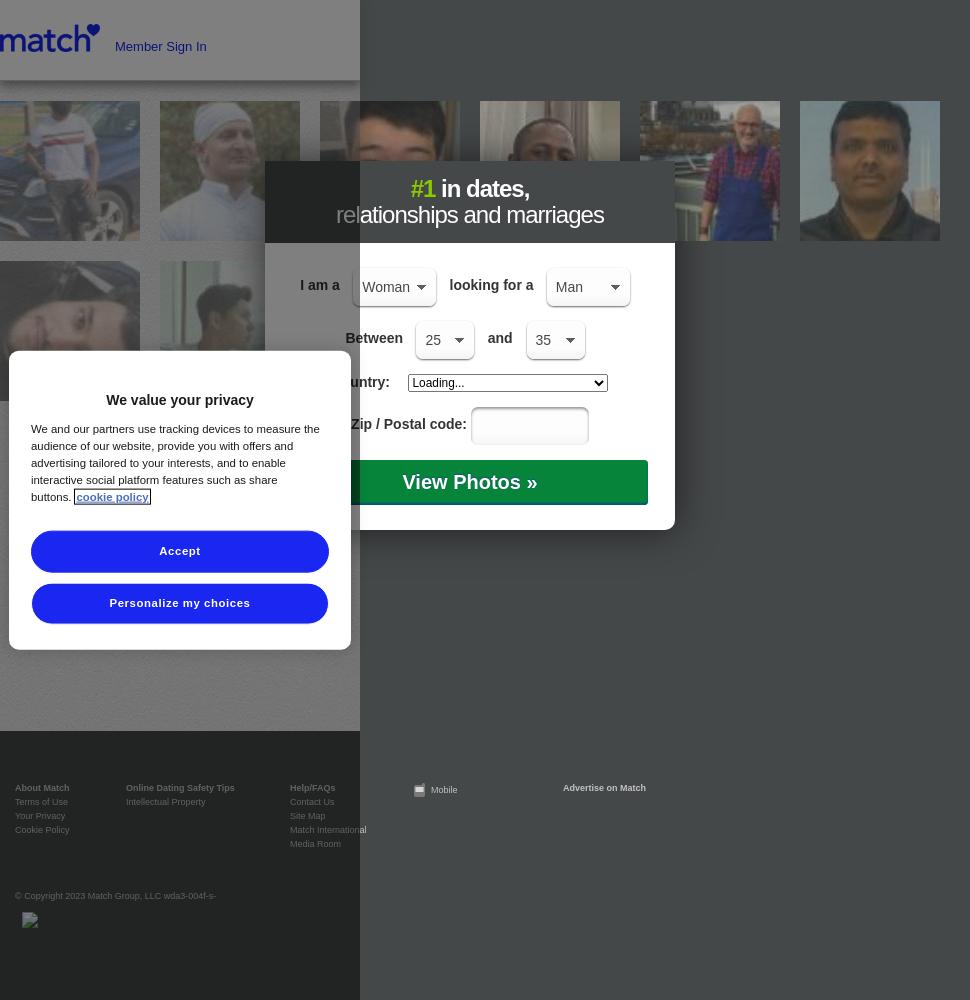 Image resolution: width=970 pixels, height=1000 pixels. What do you see at coordinates (312, 788) in the screenshot?
I see `'Help/FAQs'` at bounding box center [312, 788].